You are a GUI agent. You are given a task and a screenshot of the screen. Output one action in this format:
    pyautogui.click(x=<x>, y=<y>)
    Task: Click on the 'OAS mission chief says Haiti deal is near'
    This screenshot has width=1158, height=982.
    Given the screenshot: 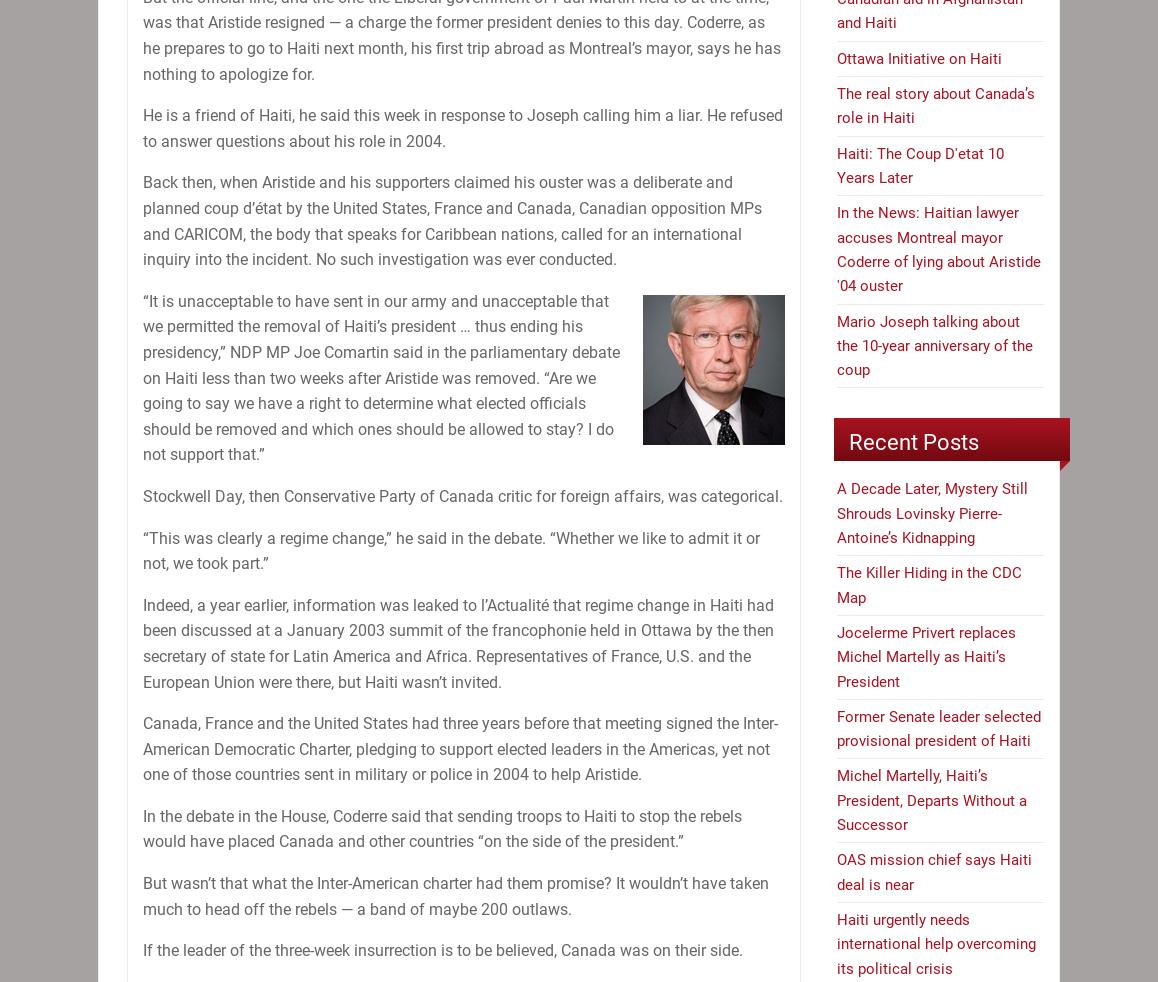 What is the action you would take?
    pyautogui.click(x=836, y=872)
    